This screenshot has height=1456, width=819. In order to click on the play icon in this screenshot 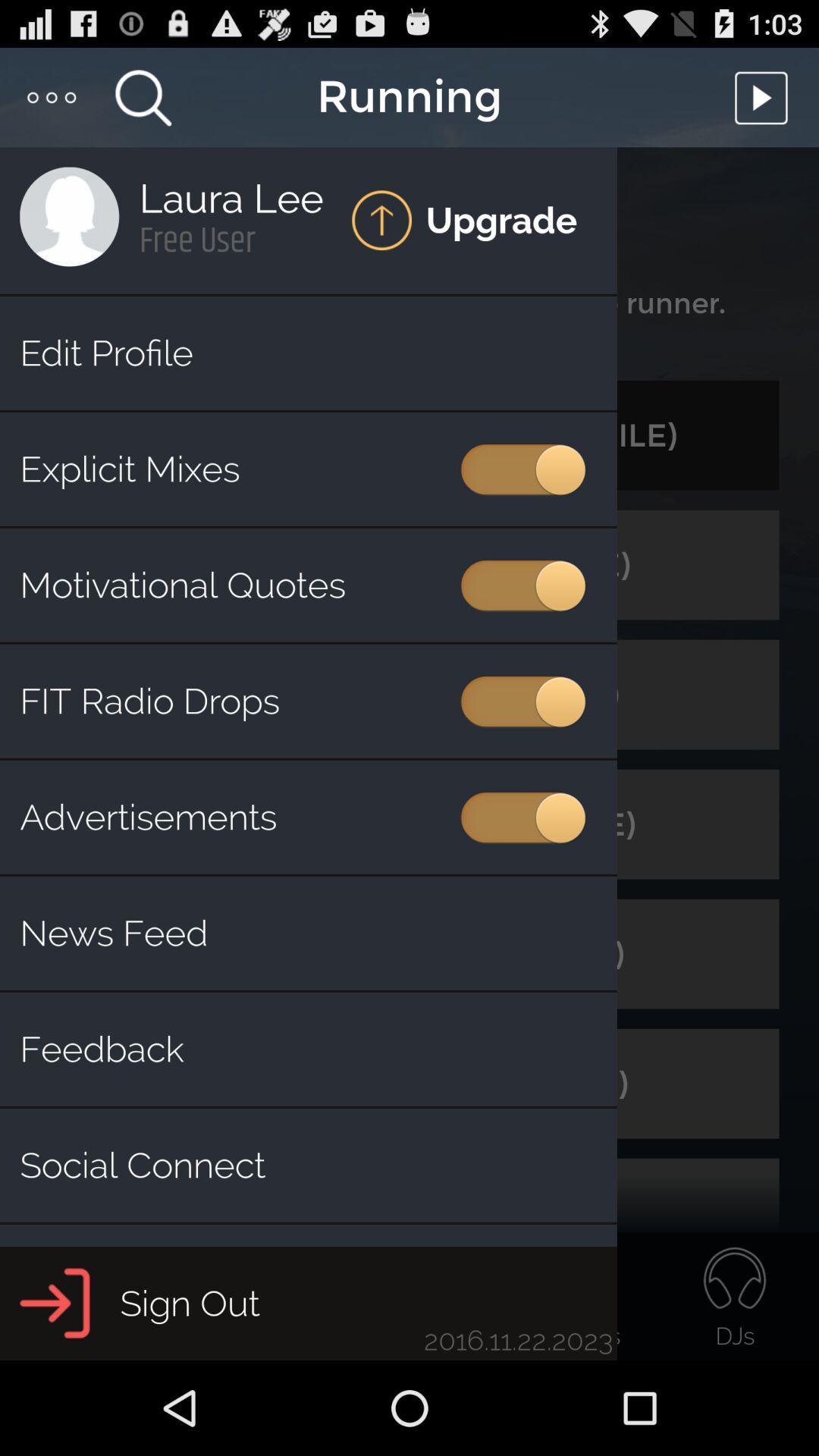, I will do `click(765, 103)`.